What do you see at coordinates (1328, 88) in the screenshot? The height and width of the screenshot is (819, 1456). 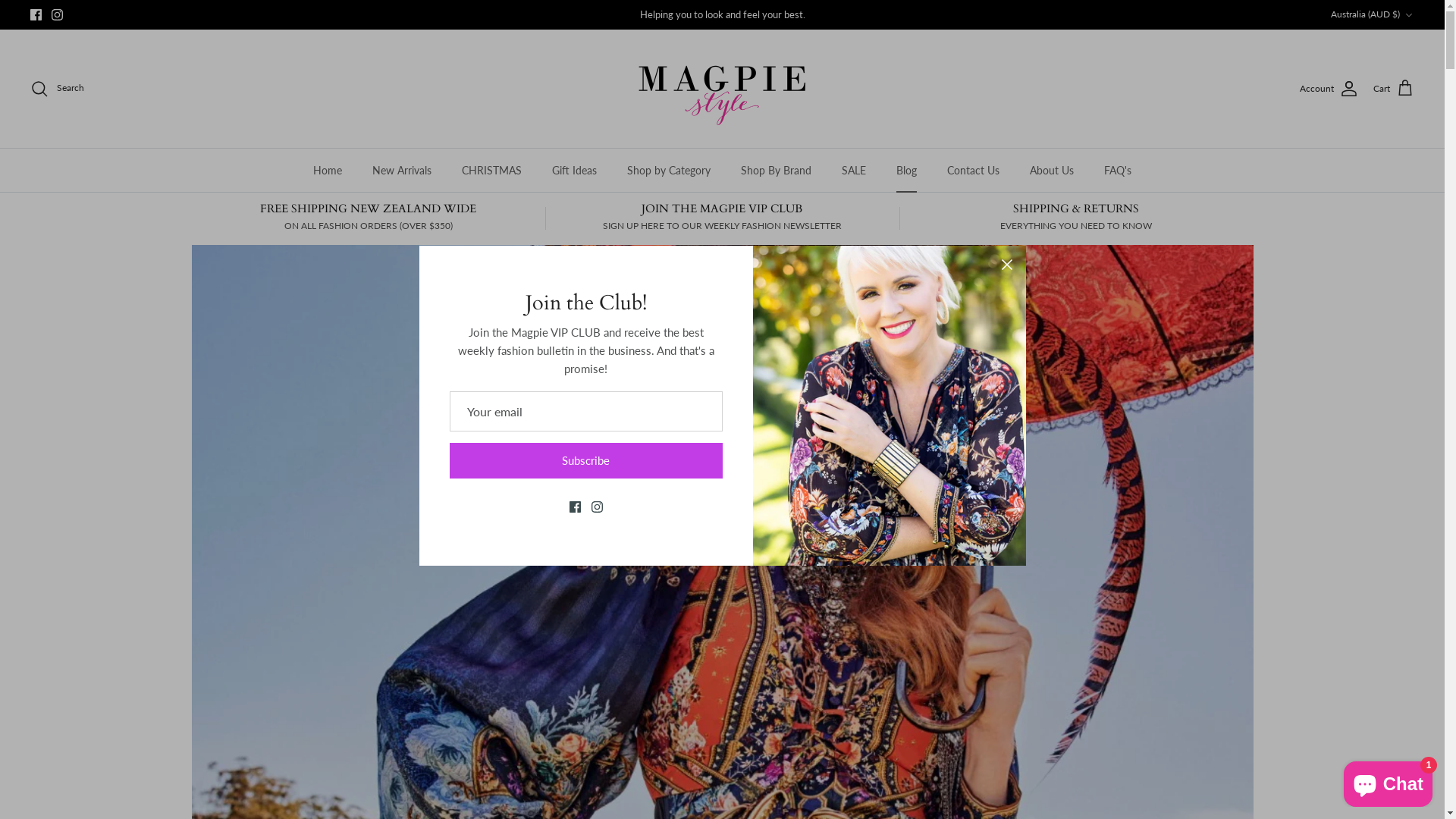 I see `'Account'` at bounding box center [1328, 88].